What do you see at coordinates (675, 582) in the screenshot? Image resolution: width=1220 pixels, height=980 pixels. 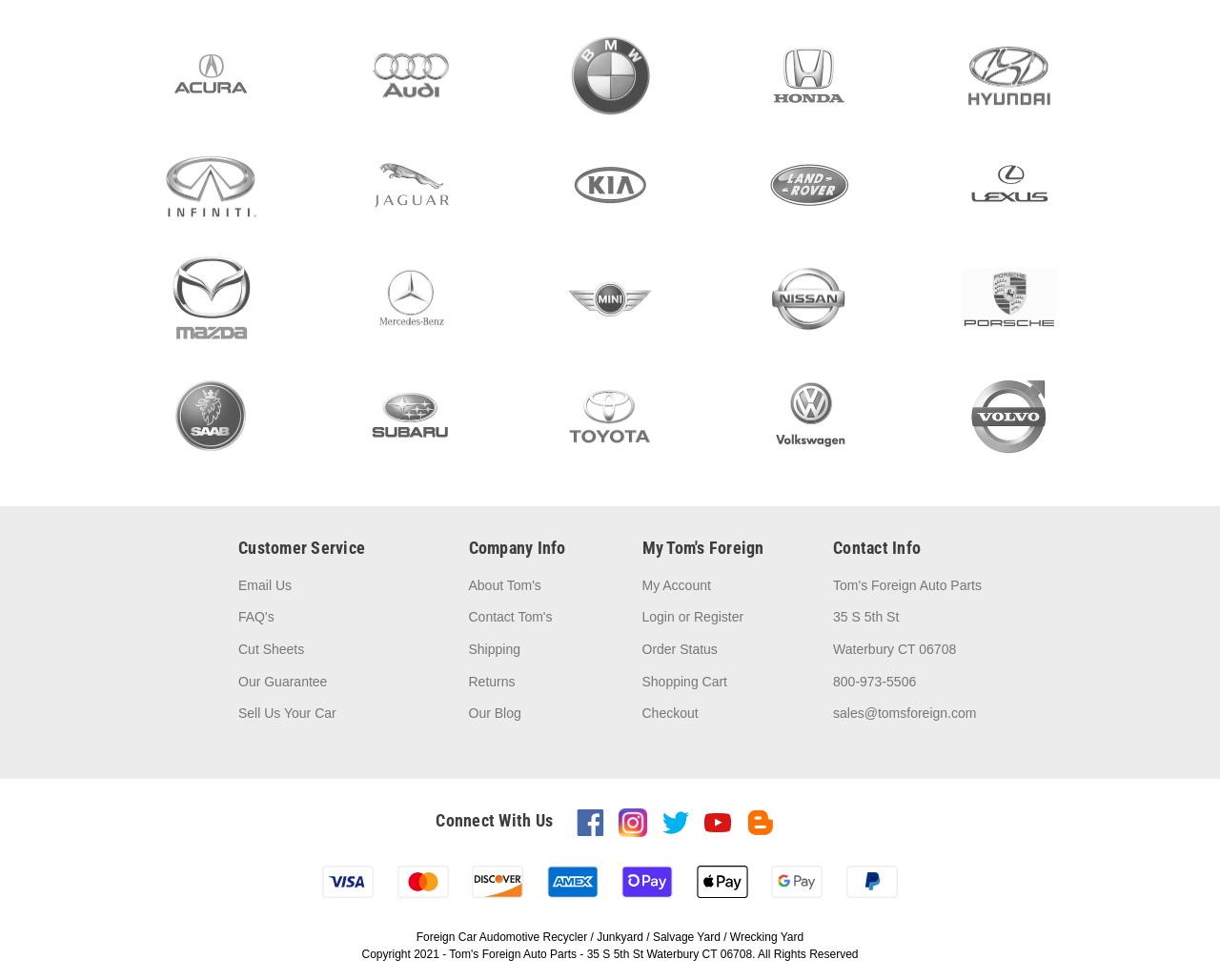 I see `'My Account'` at bounding box center [675, 582].